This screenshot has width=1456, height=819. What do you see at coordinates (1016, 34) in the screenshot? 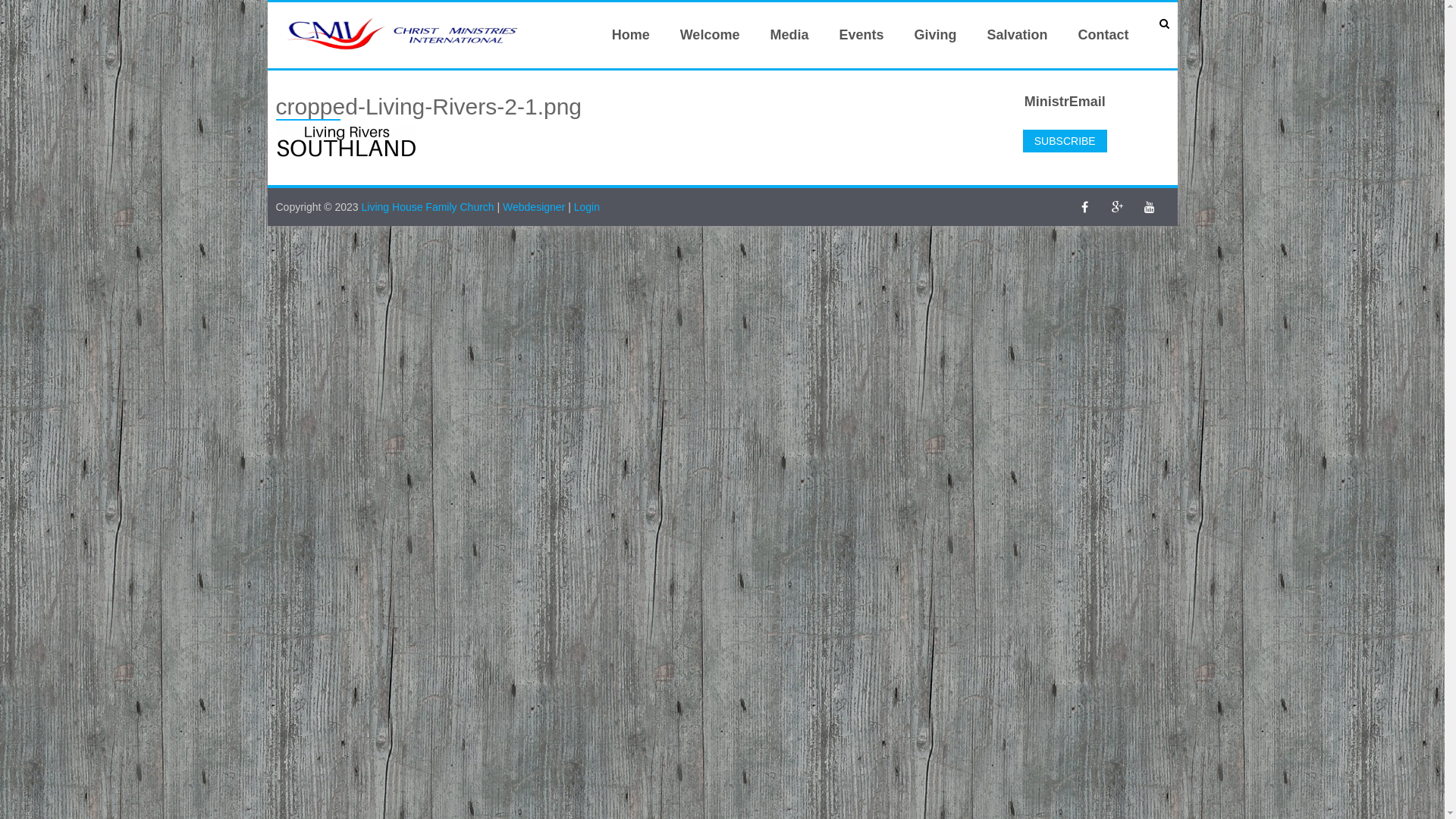
I see `'Salvation'` at bounding box center [1016, 34].